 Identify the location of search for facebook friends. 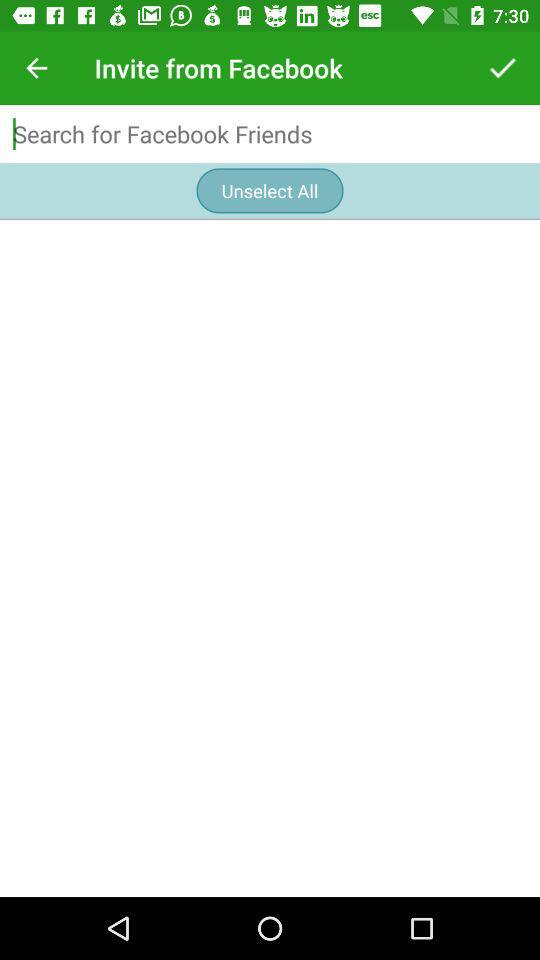
(270, 133).